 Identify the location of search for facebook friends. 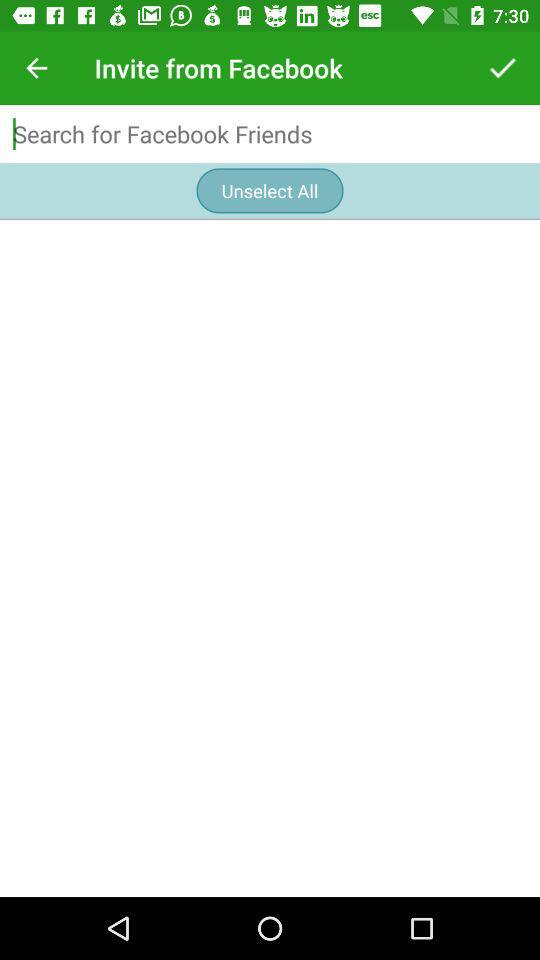
(270, 133).